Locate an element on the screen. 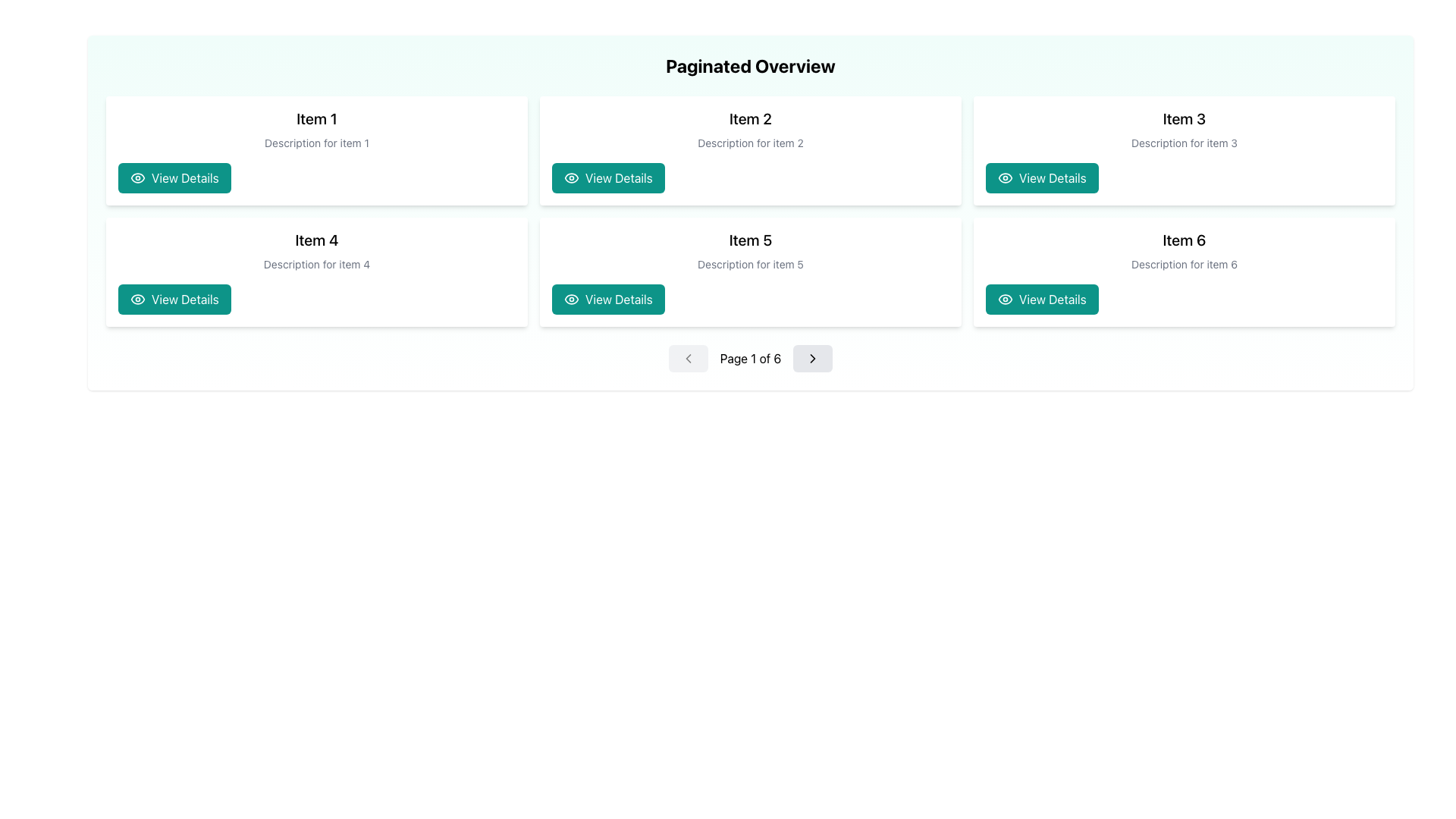 This screenshot has width=1456, height=819. the icon within the green-teal button labeled 'View Details' that is located below the card titled 'Item 2' in the second column of the top row of items is located at coordinates (570, 177).